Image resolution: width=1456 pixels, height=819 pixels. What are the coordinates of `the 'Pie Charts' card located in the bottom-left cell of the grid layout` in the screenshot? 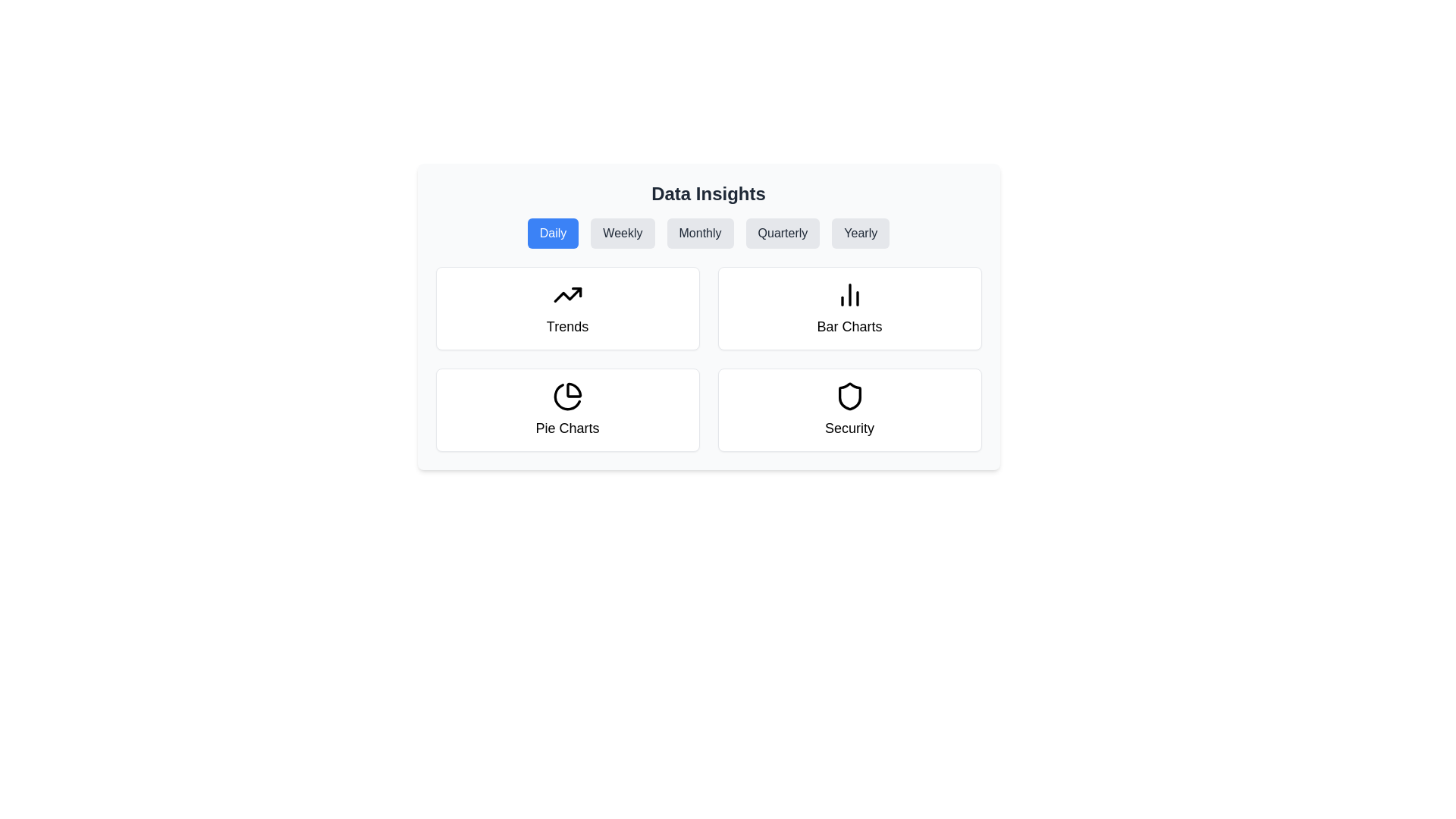 It's located at (566, 409).